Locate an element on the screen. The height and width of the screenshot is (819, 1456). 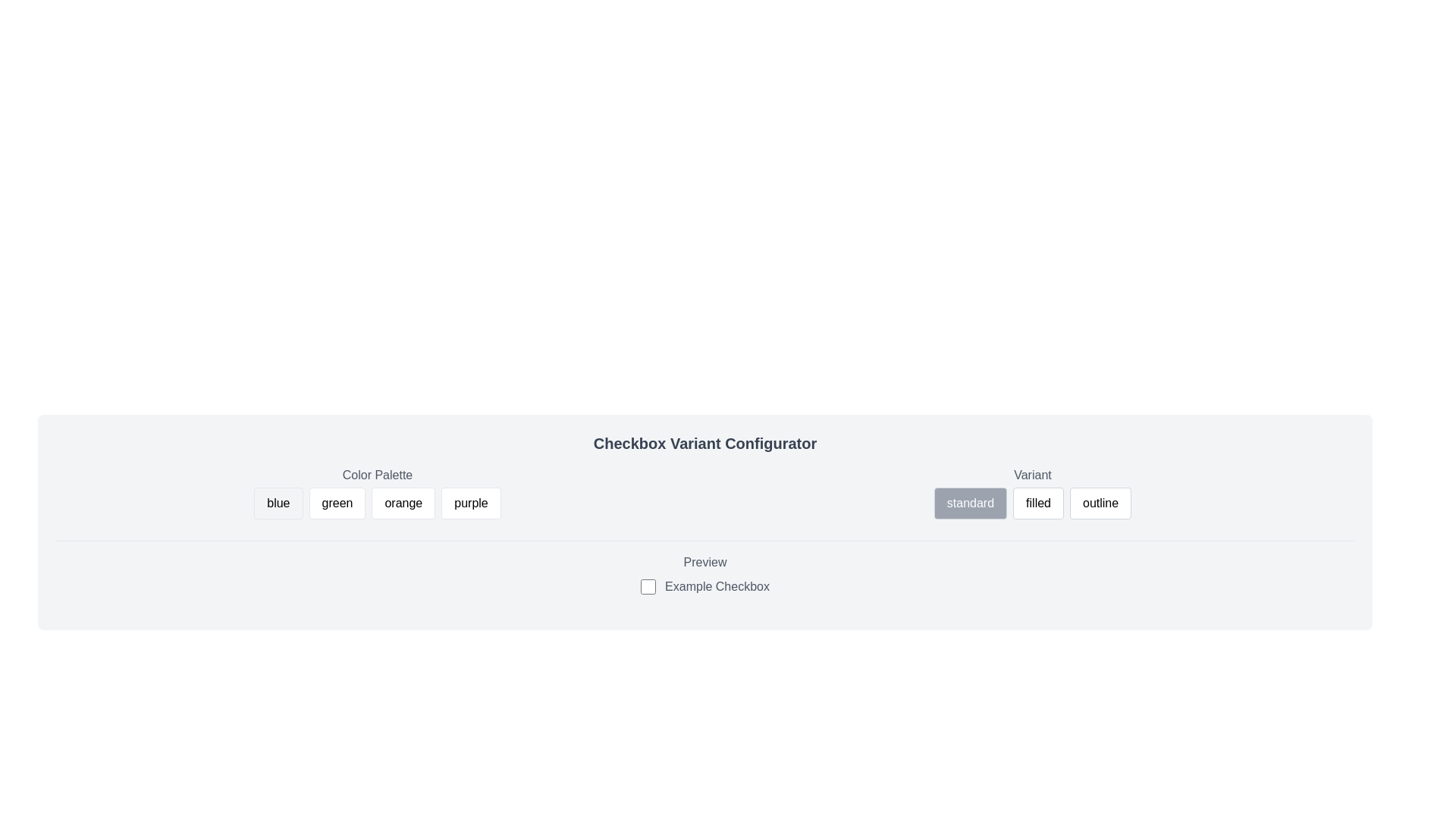
the static text label that introduces the 'Example Checkbox', located slightly above it and horizontally centered across the interface is located at coordinates (704, 562).